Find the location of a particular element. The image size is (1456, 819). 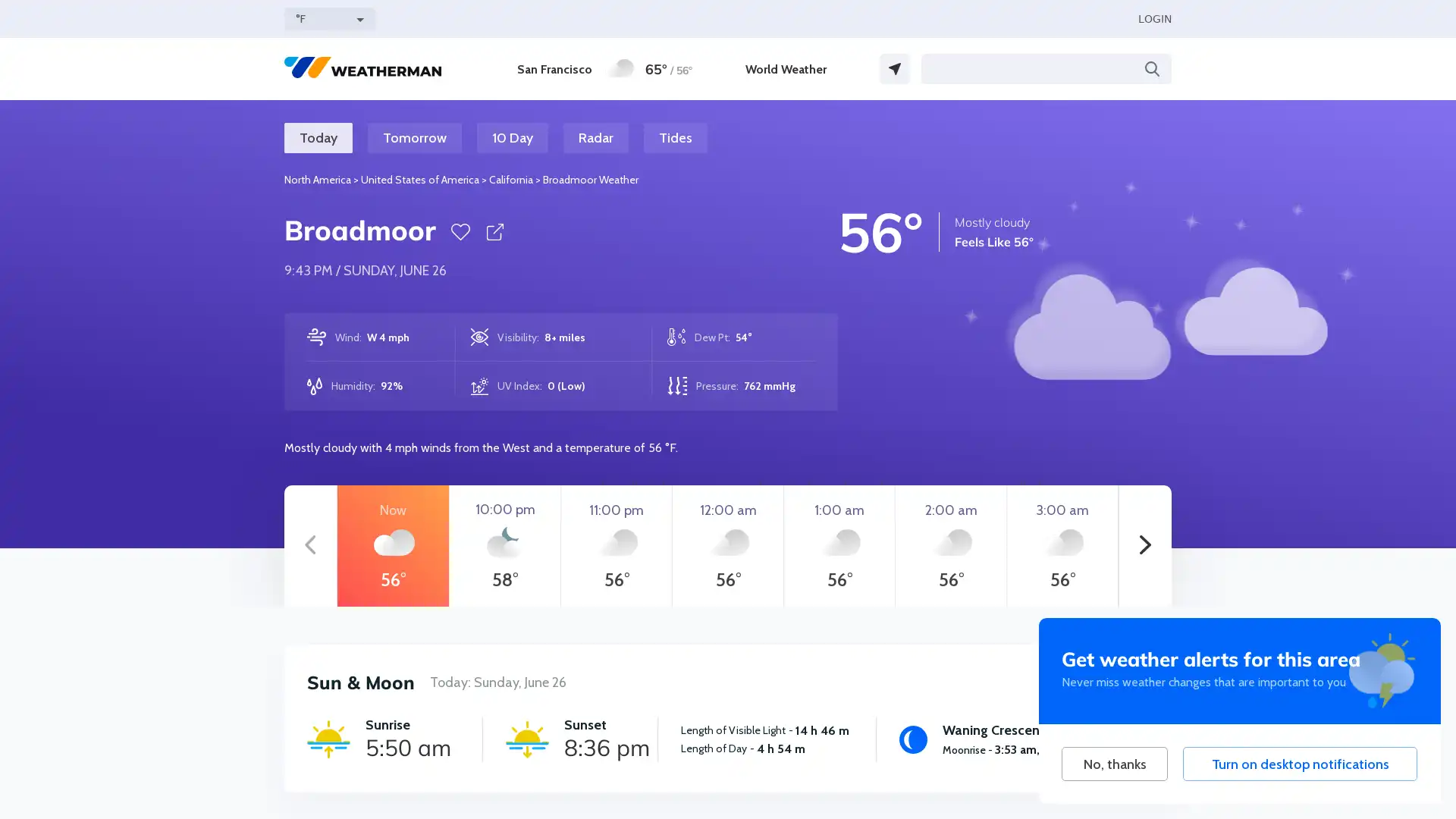

Turn on desktop notifications is located at coordinates (1299, 764).